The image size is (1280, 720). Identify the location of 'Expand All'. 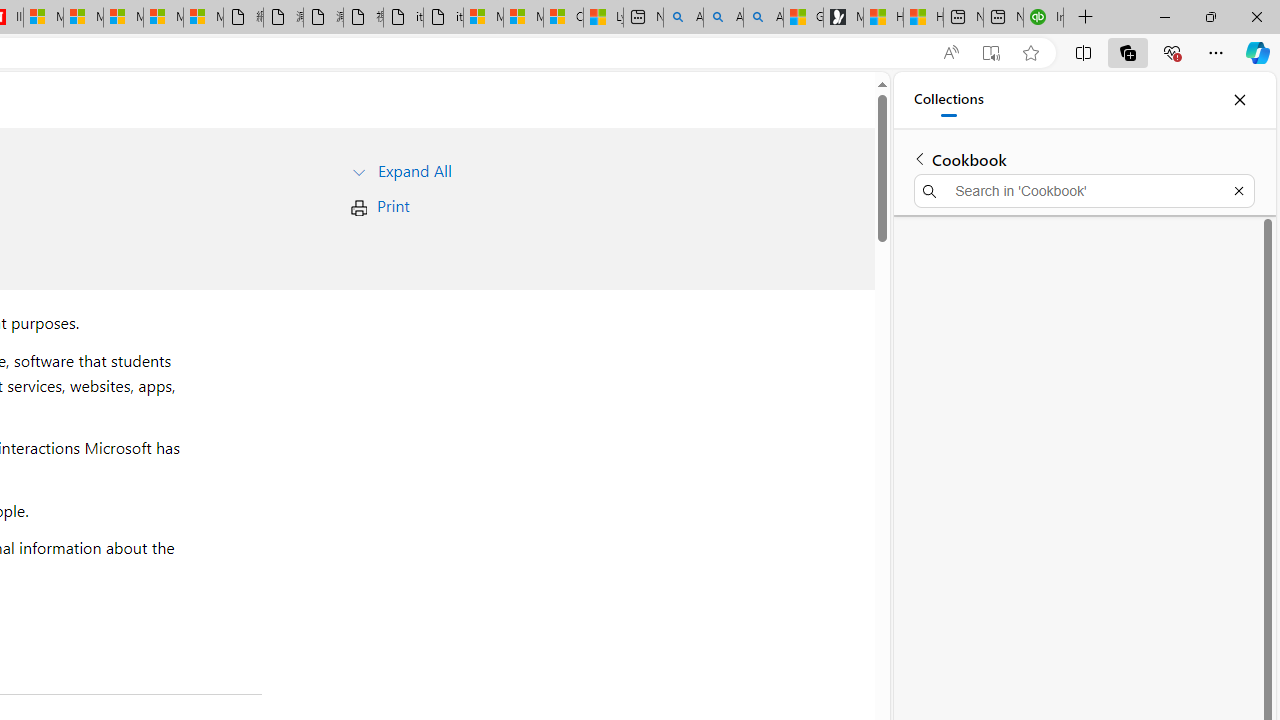
(413, 169).